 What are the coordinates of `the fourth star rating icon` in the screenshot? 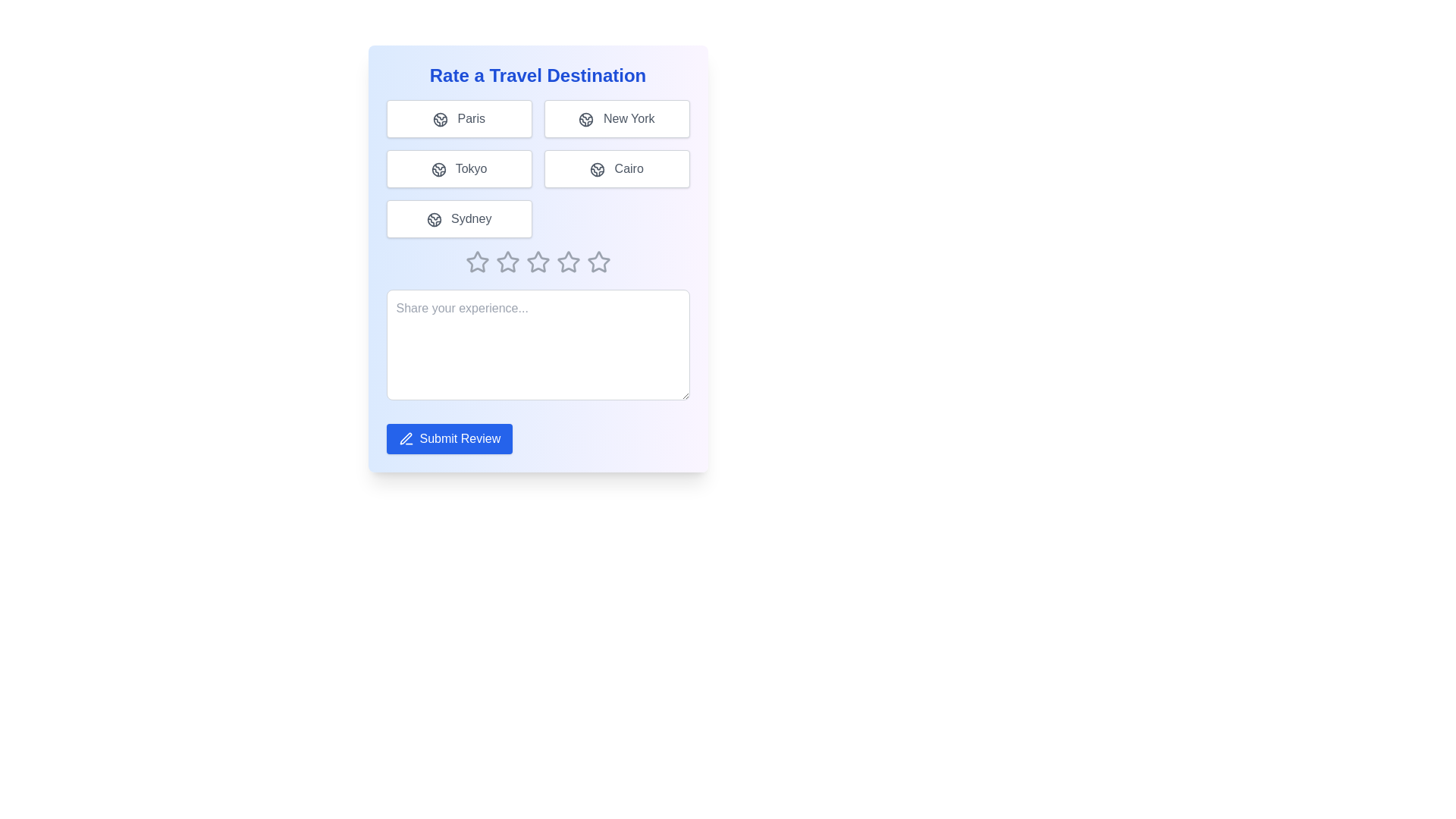 It's located at (538, 262).